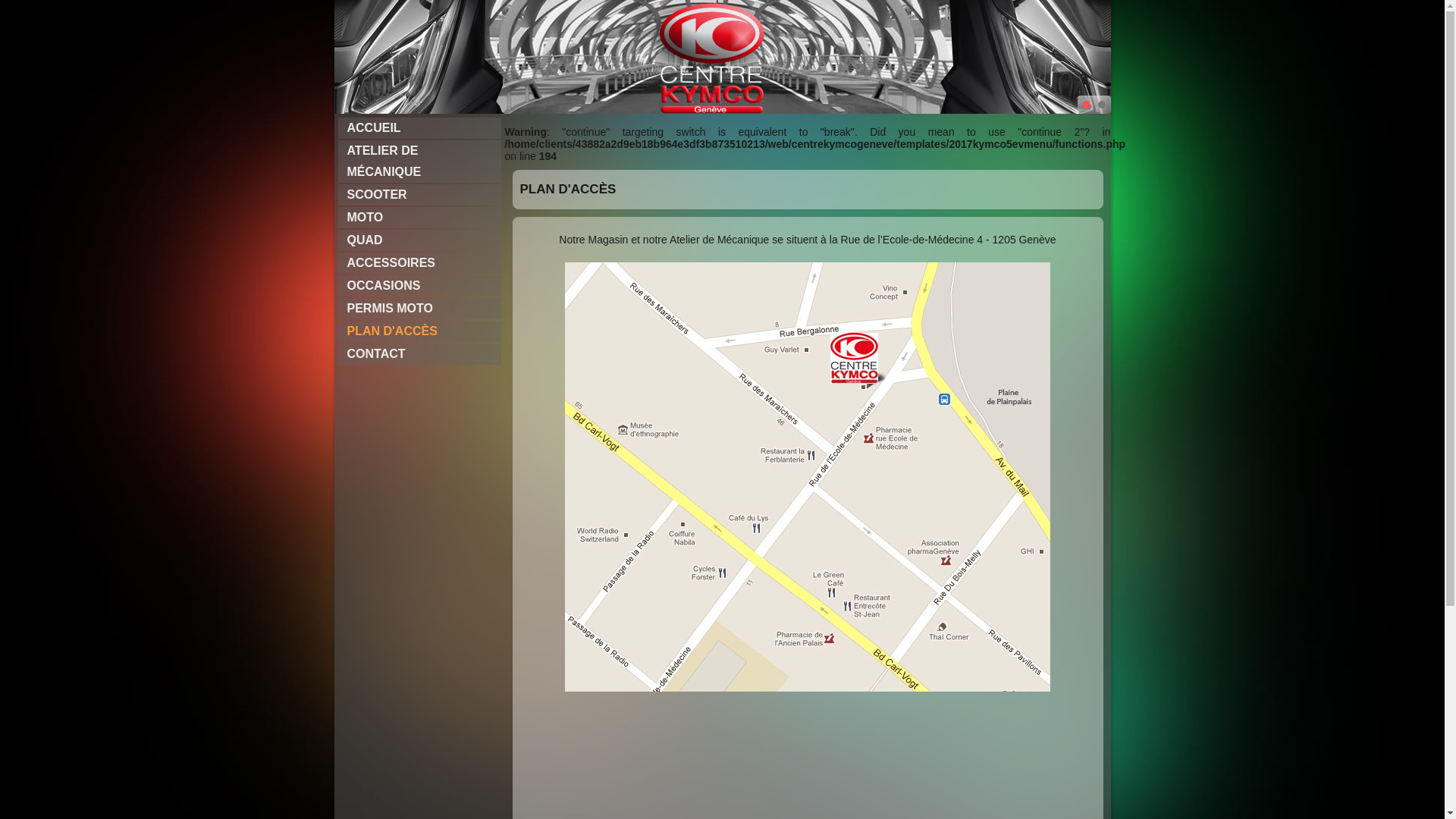 This screenshot has height=819, width=1456. What do you see at coordinates (419, 194) in the screenshot?
I see `'SCOOTER'` at bounding box center [419, 194].